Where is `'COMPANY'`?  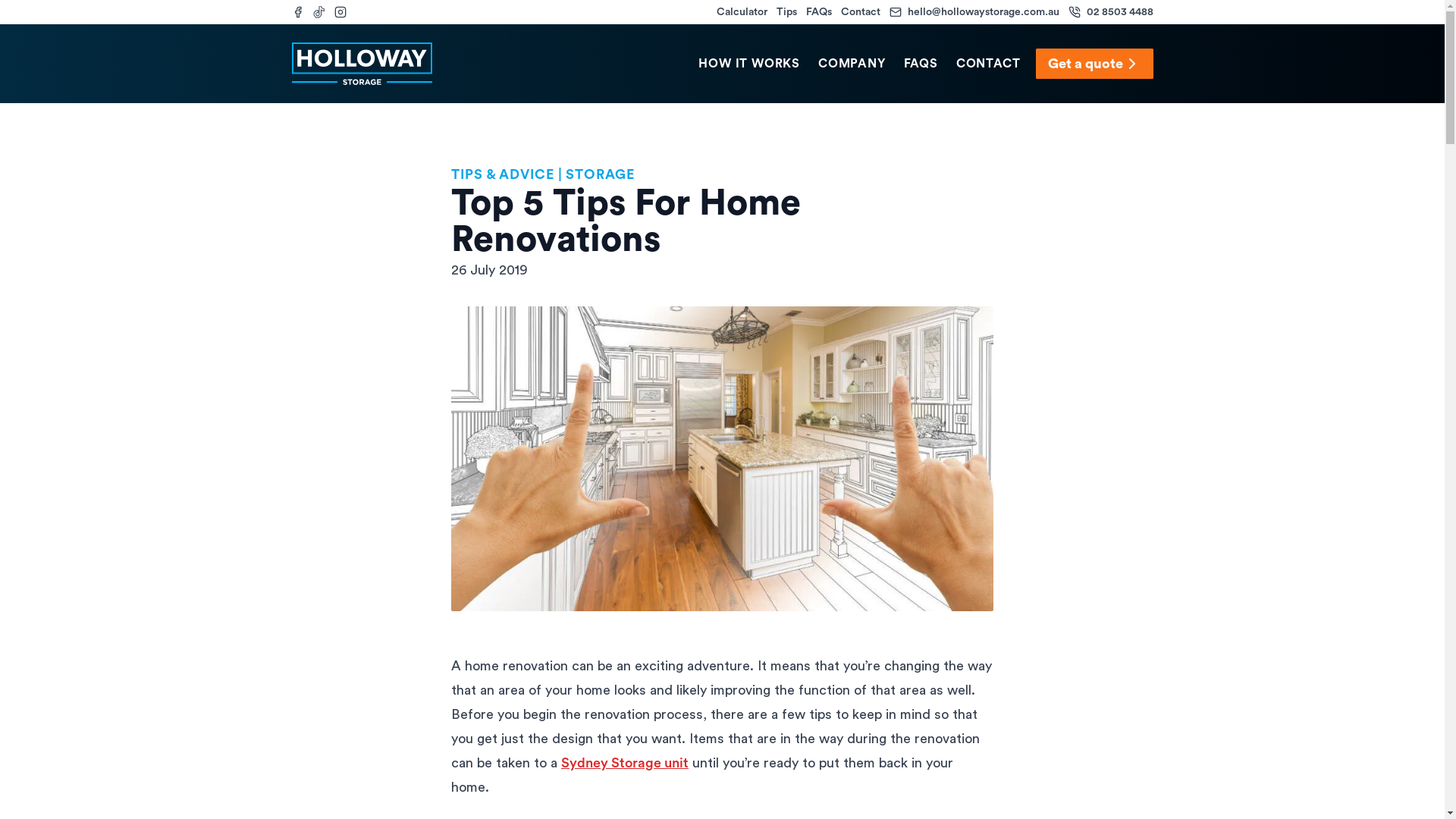
'COMPANY' is located at coordinates (817, 63).